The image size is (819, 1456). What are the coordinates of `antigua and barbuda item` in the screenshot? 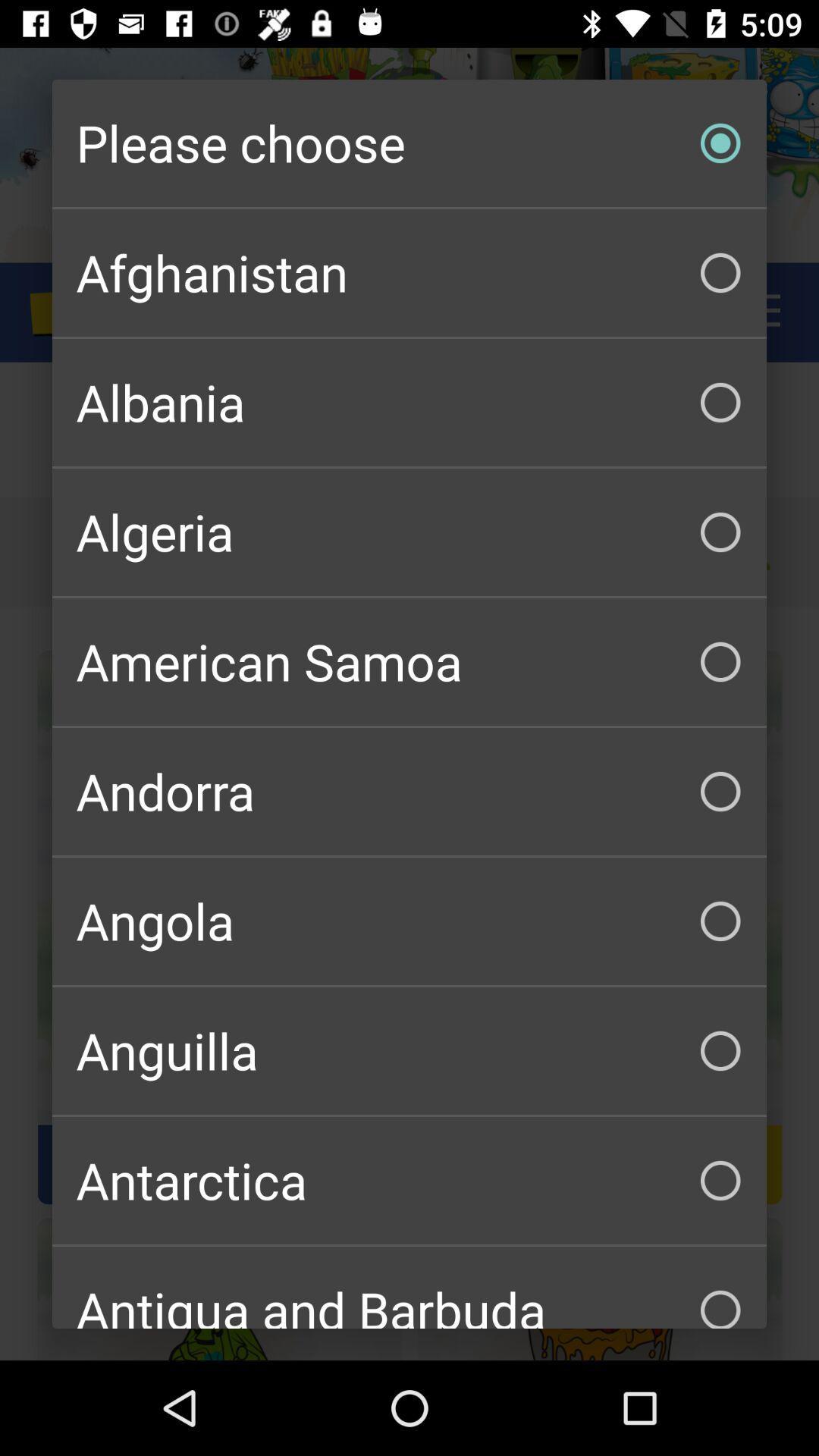 It's located at (409, 1287).